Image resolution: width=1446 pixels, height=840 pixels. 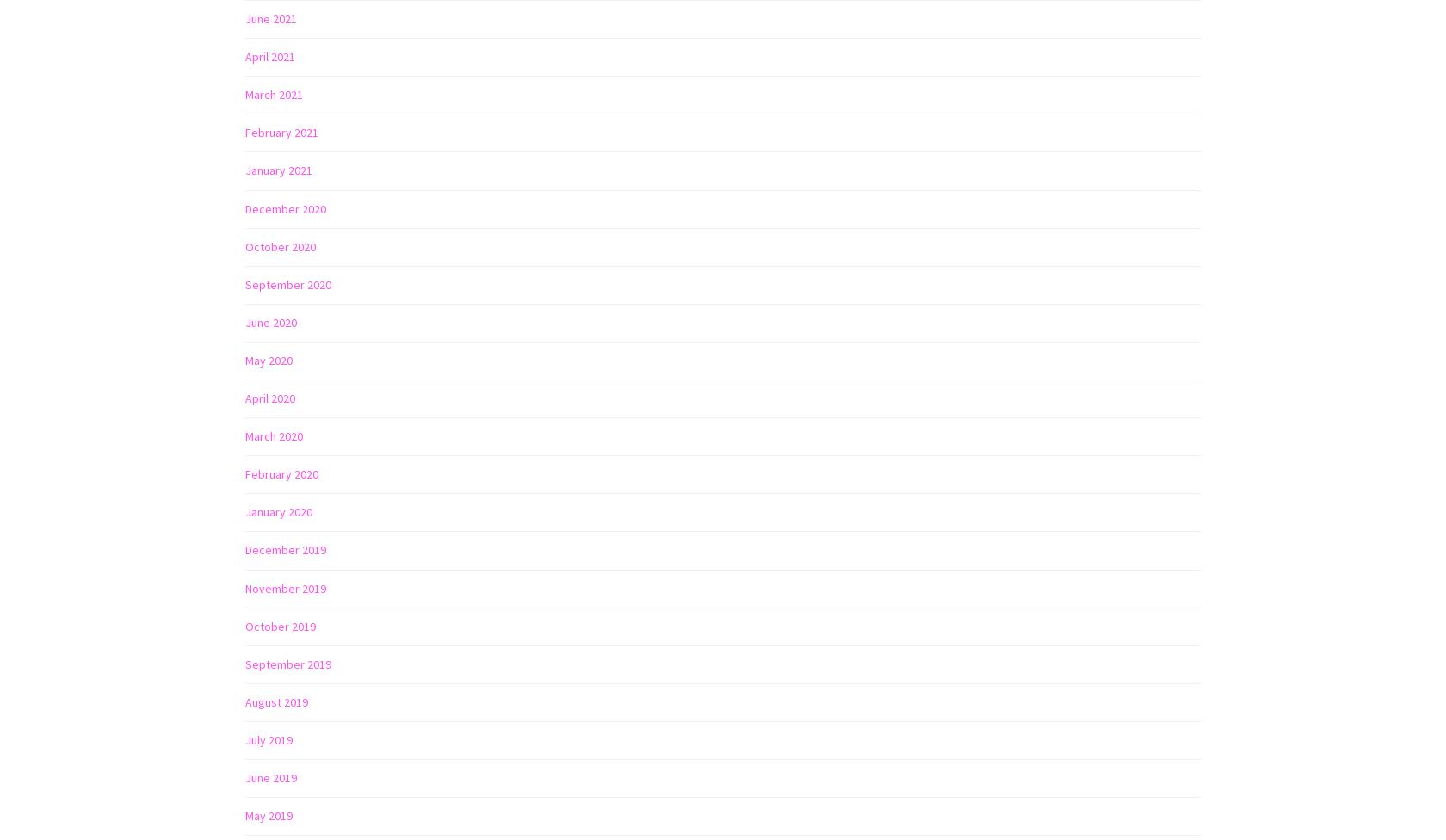 What do you see at coordinates (269, 359) in the screenshot?
I see `'May 2020'` at bounding box center [269, 359].